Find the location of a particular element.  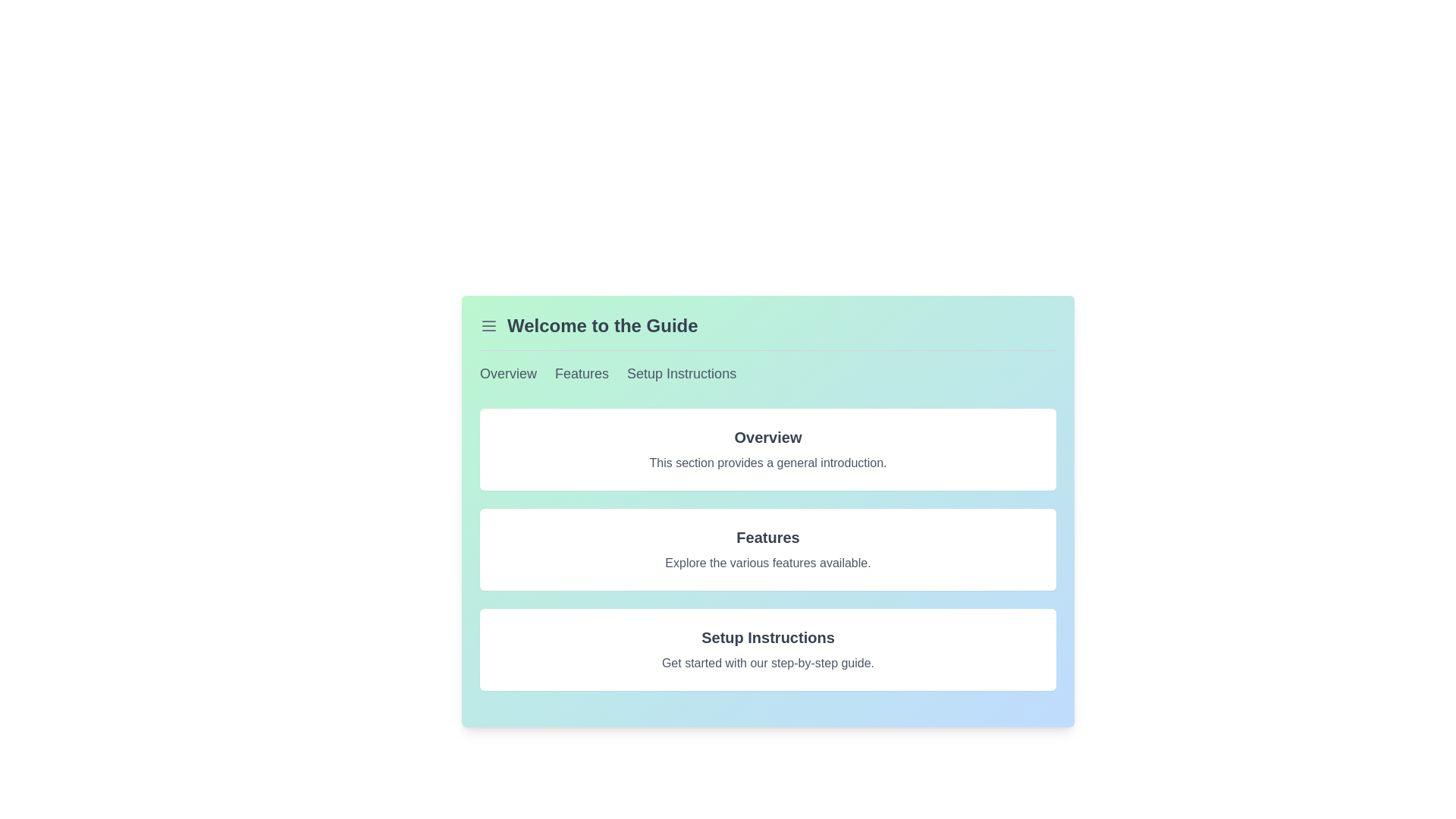

the hyperlink located near the top center of the interface that navigates to the 'Features' section to change the color of the text is located at coordinates (581, 374).